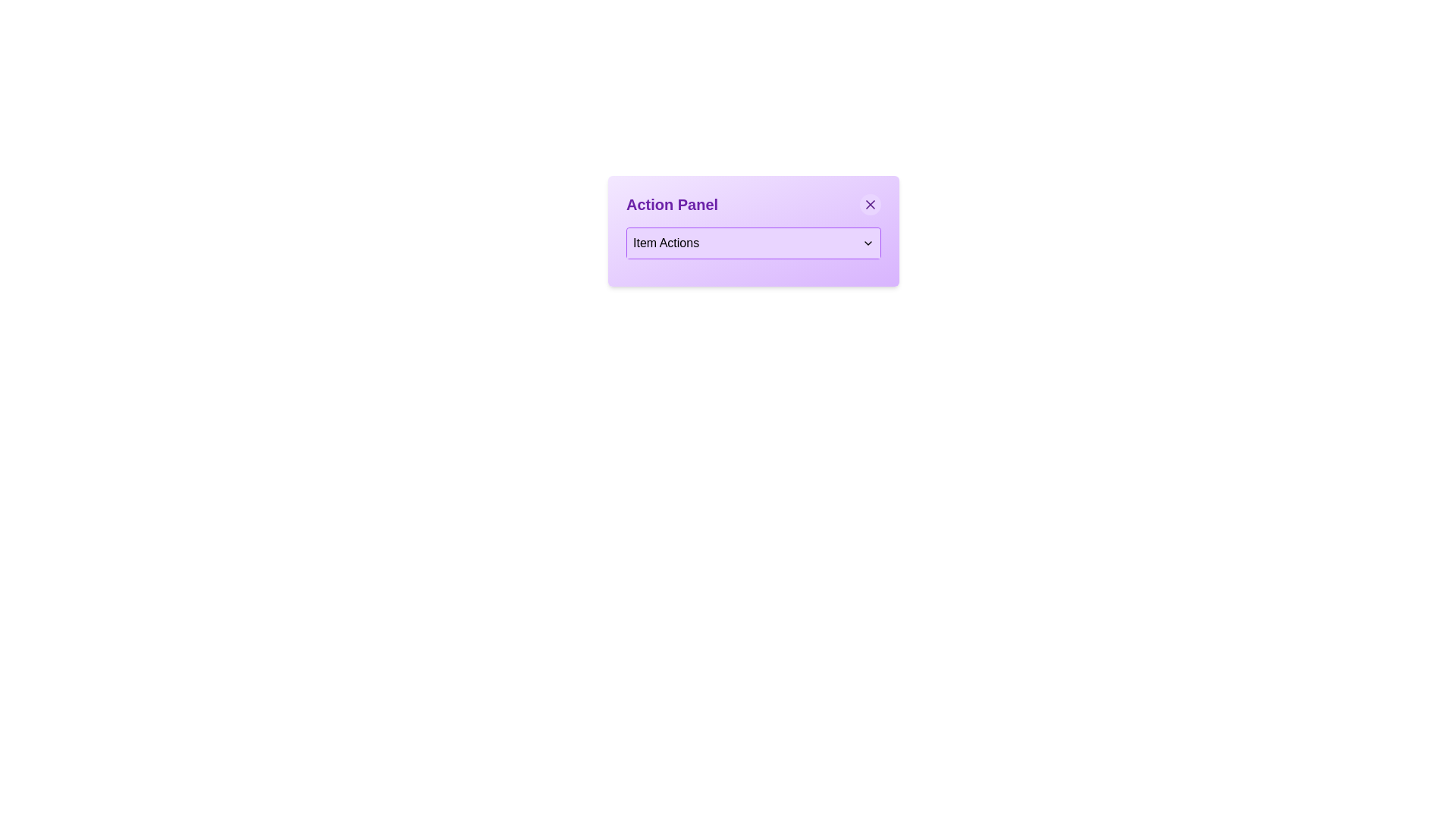 Image resolution: width=1456 pixels, height=819 pixels. Describe the element at coordinates (870, 205) in the screenshot. I see `the small purple 'X' icon located at the top-right corner of the 'Action Panel'` at that location.